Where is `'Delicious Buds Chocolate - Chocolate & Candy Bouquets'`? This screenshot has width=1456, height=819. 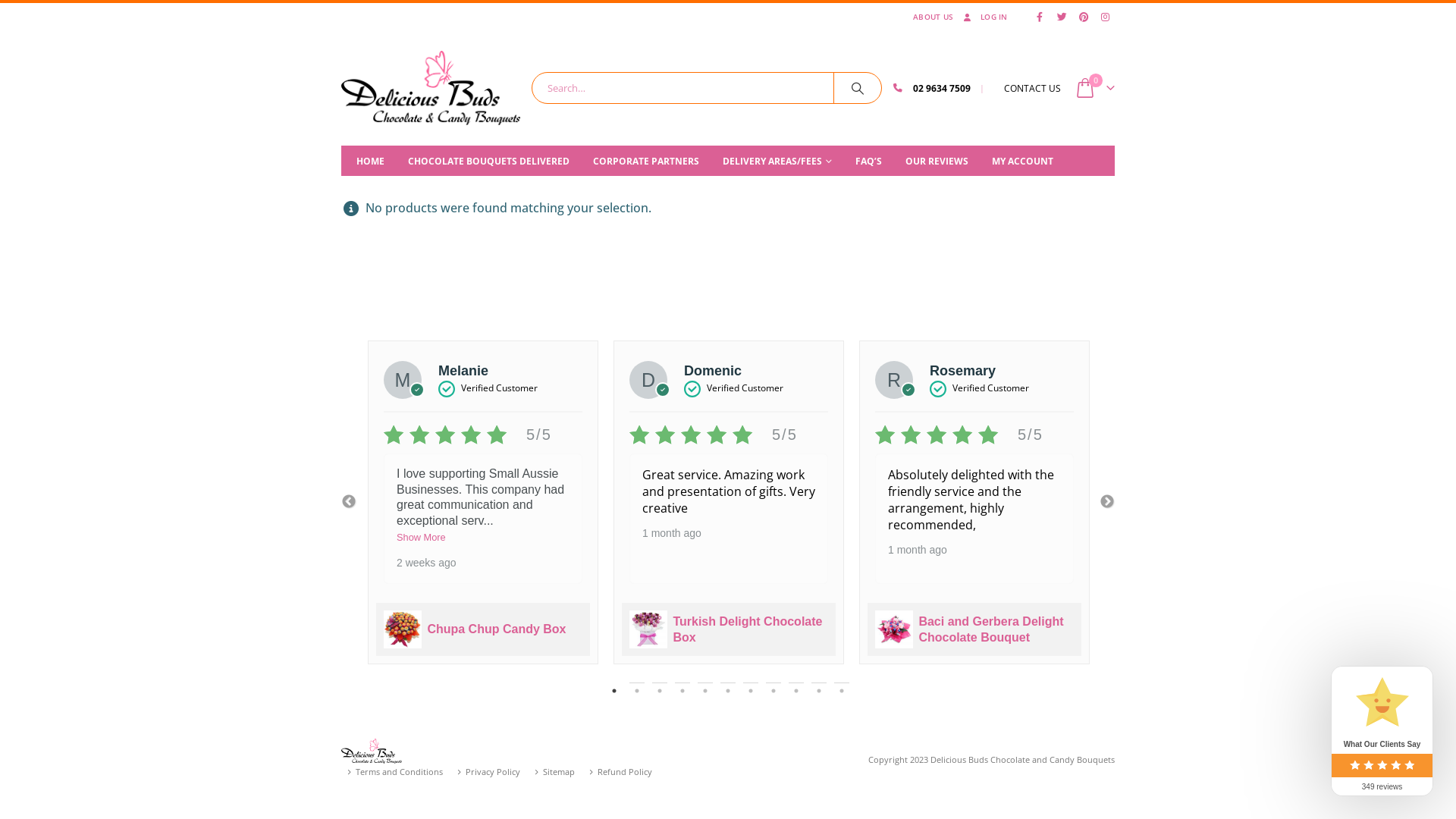
'Delicious Buds Chocolate - Chocolate & Candy Bouquets' is located at coordinates (429, 87).